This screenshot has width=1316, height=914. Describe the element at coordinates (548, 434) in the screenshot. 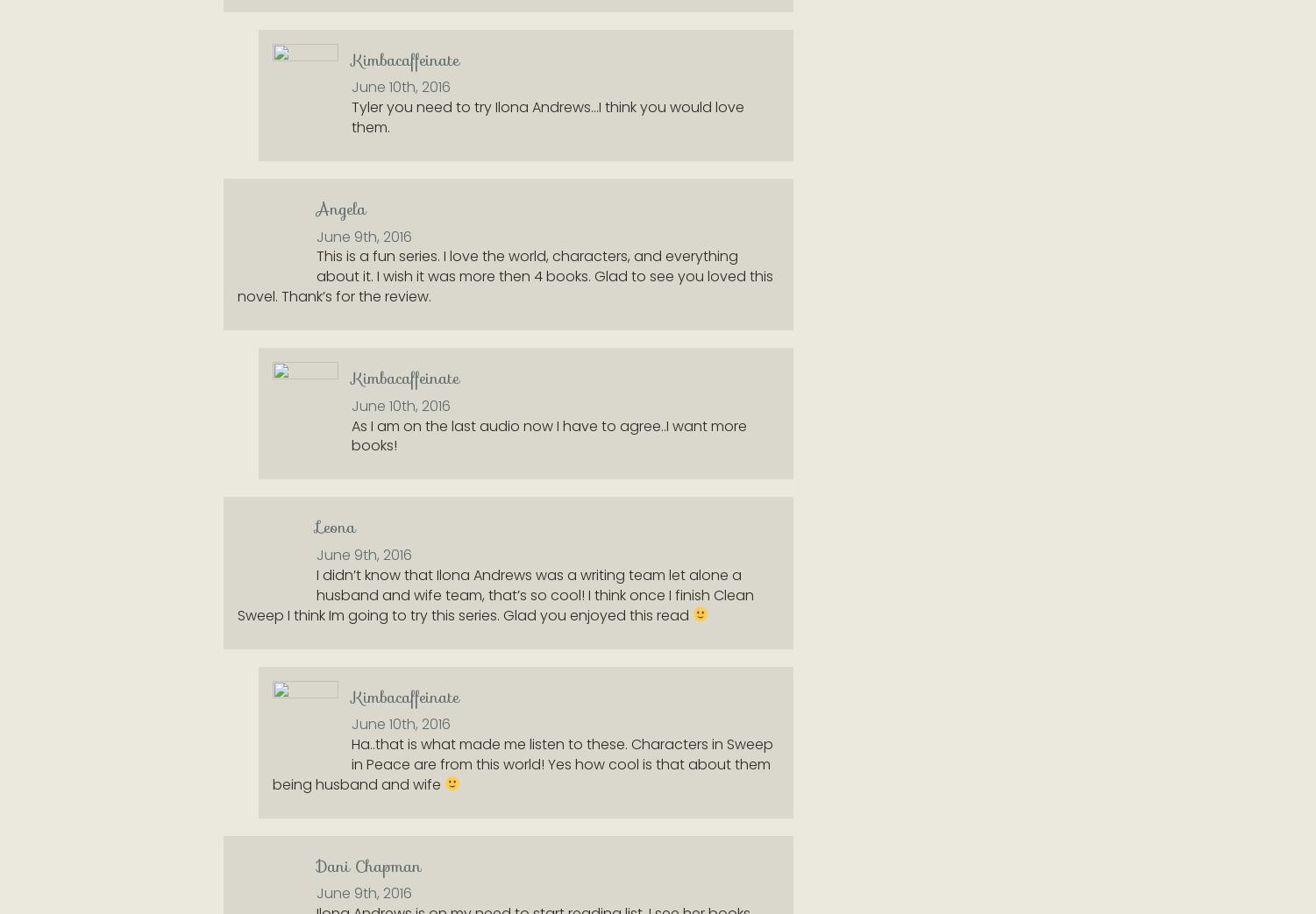

I see `'As I am on the last audio now I have to agree..I want more books!'` at that location.